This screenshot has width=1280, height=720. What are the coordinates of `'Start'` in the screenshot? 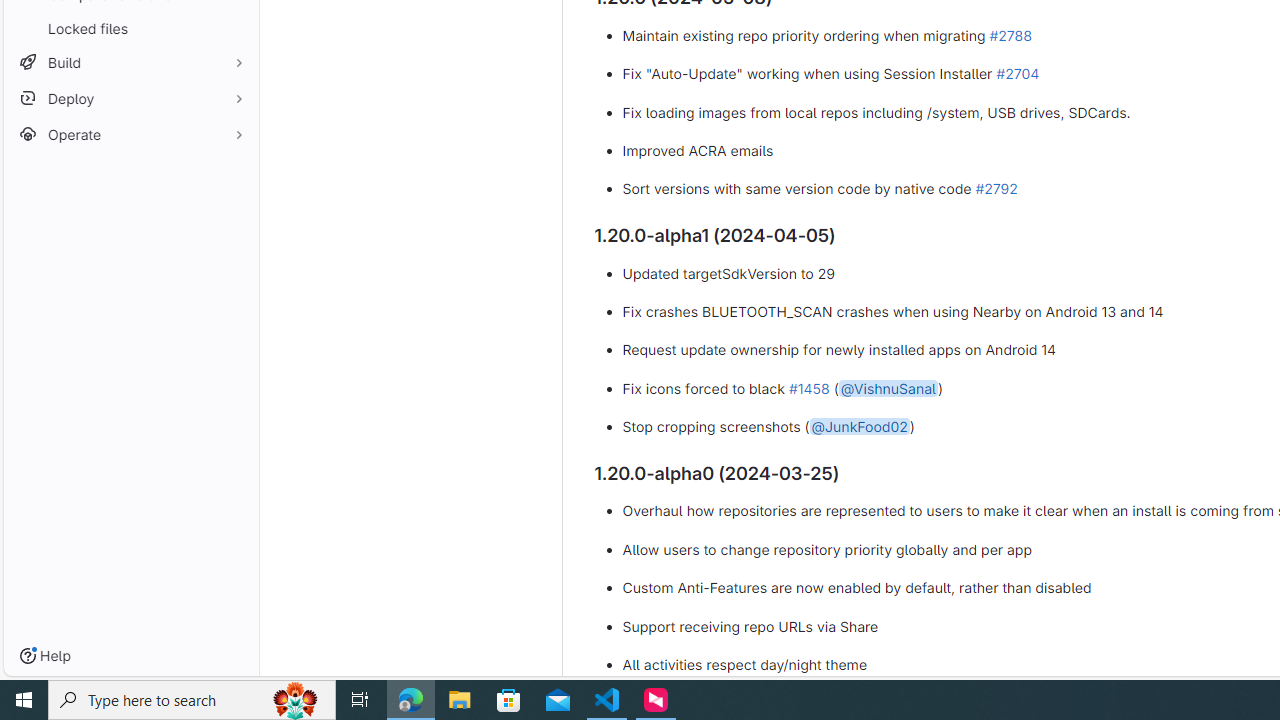 It's located at (24, 698).